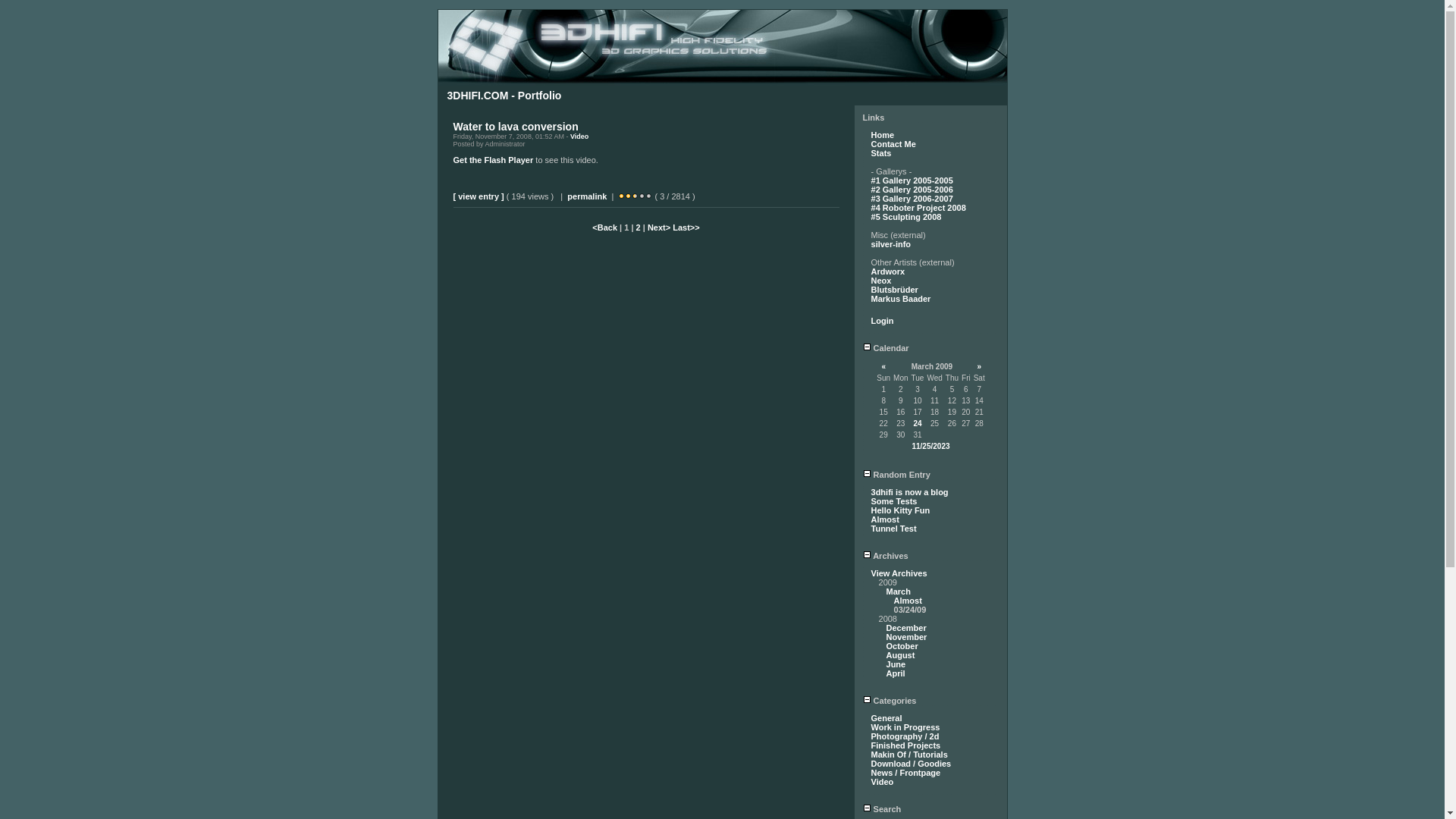 The height and width of the screenshot is (819, 1456). What do you see at coordinates (930, 445) in the screenshot?
I see `'11/25/2023'` at bounding box center [930, 445].